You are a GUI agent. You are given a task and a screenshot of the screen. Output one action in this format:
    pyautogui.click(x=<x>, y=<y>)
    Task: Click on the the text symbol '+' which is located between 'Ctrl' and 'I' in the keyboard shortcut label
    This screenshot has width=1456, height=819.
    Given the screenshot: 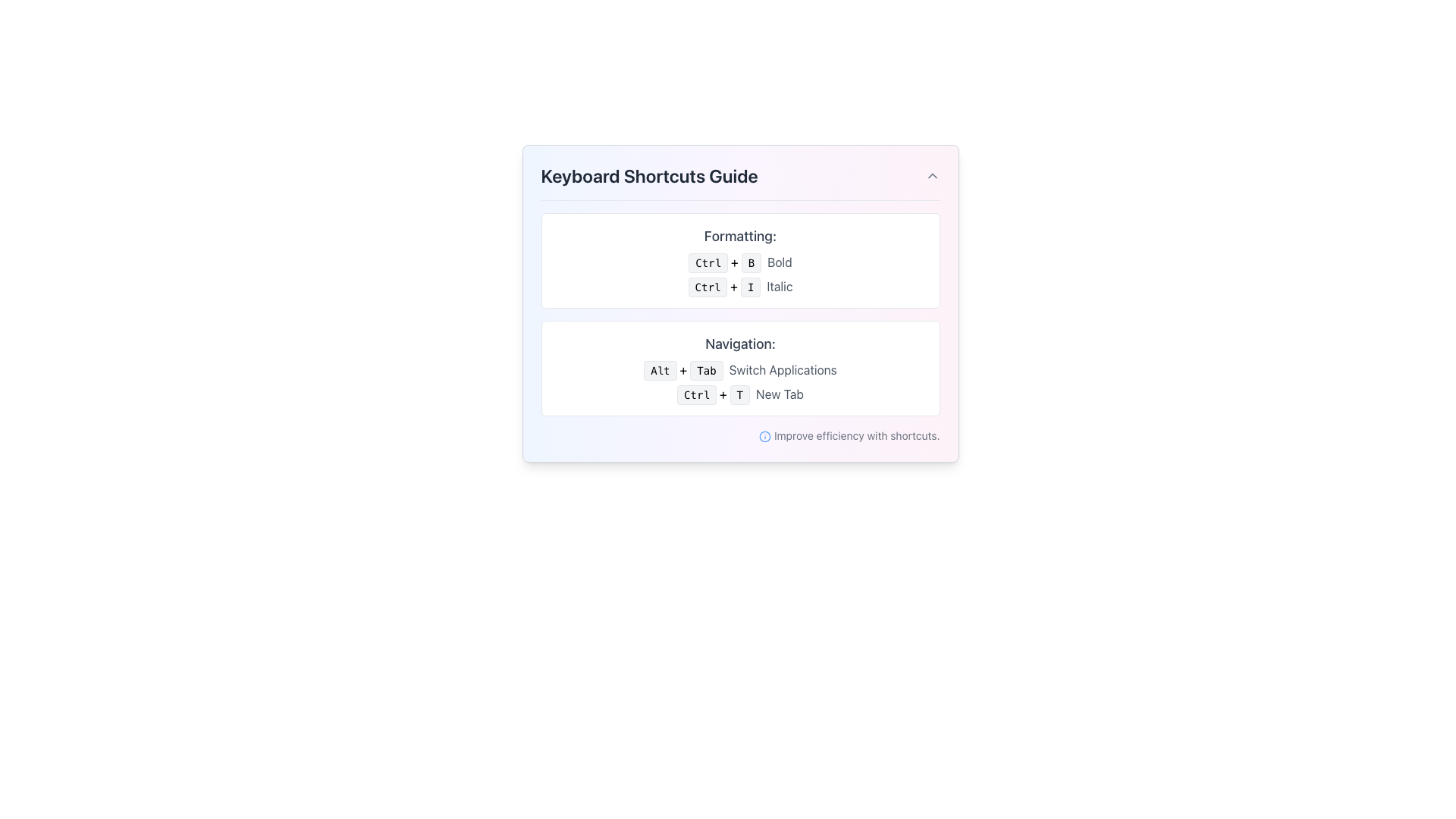 What is the action you would take?
    pyautogui.click(x=734, y=287)
    